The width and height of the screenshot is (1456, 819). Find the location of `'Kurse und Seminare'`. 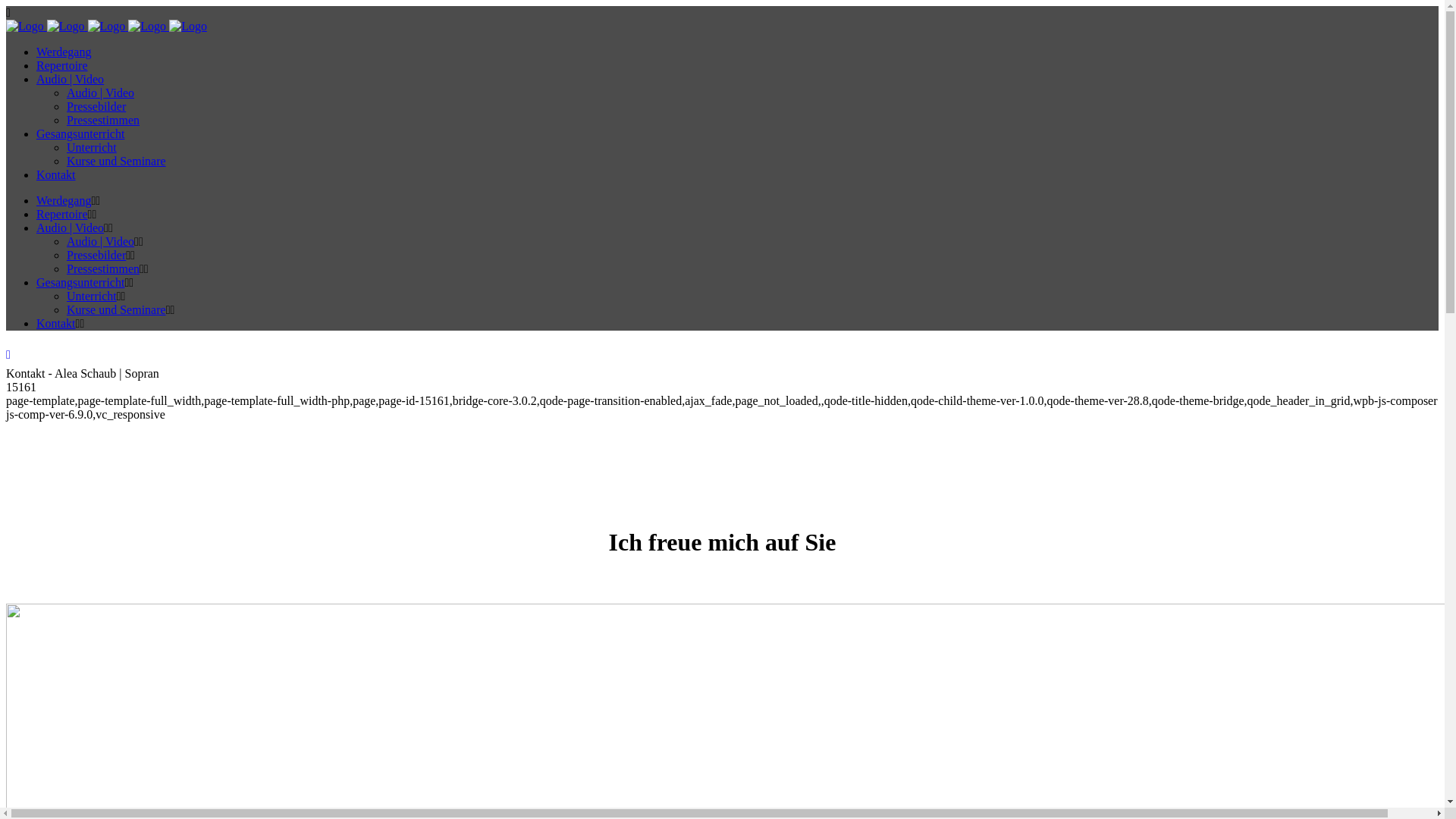

'Kurse und Seminare' is located at coordinates (115, 309).